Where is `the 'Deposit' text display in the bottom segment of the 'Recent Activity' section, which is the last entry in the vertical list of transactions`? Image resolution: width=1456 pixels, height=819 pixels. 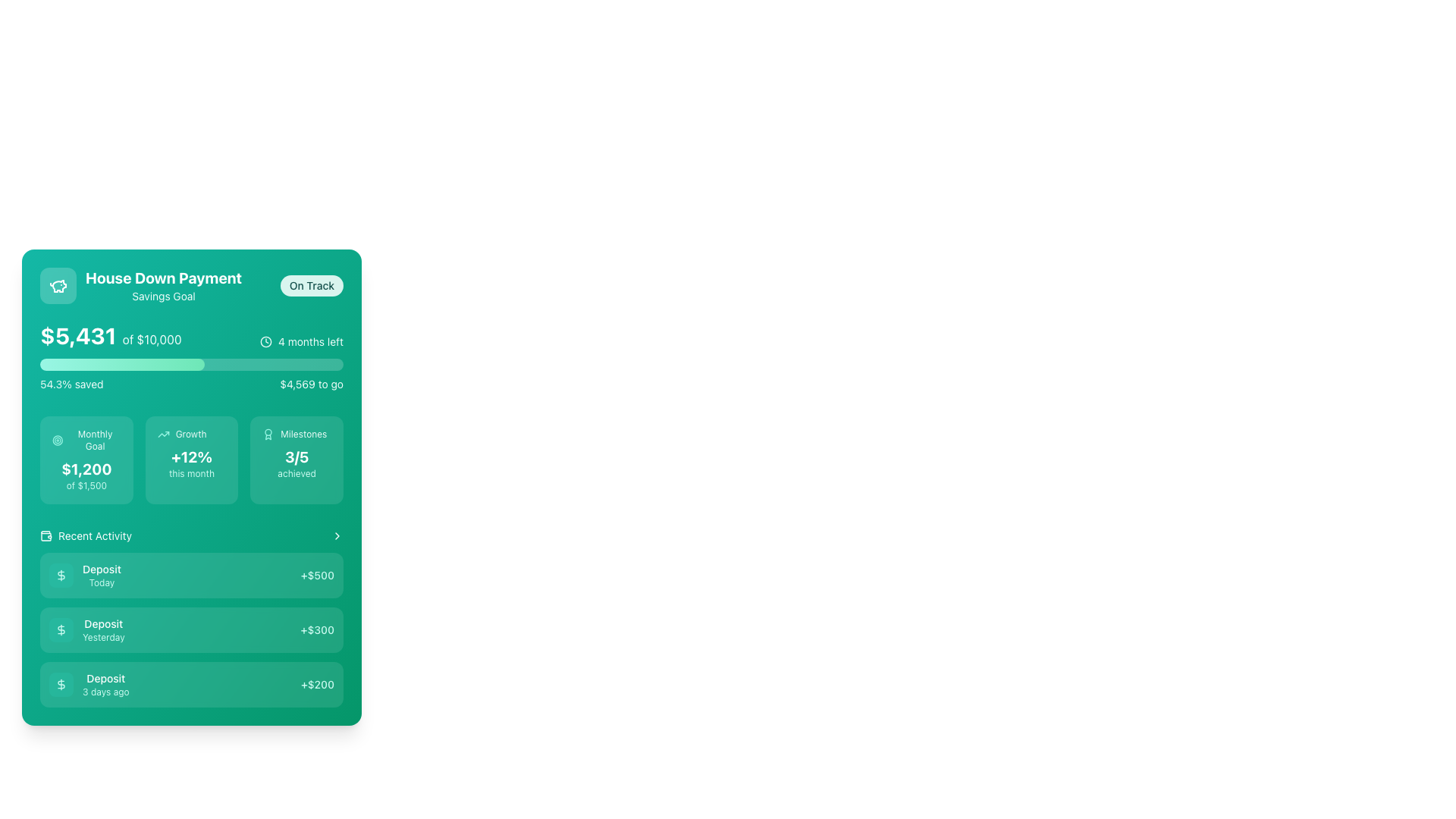 the 'Deposit' text display in the bottom segment of the 'Recent Activity' section, which is the last entry in the vertical list of transactions is located at coordinates (105, 684).